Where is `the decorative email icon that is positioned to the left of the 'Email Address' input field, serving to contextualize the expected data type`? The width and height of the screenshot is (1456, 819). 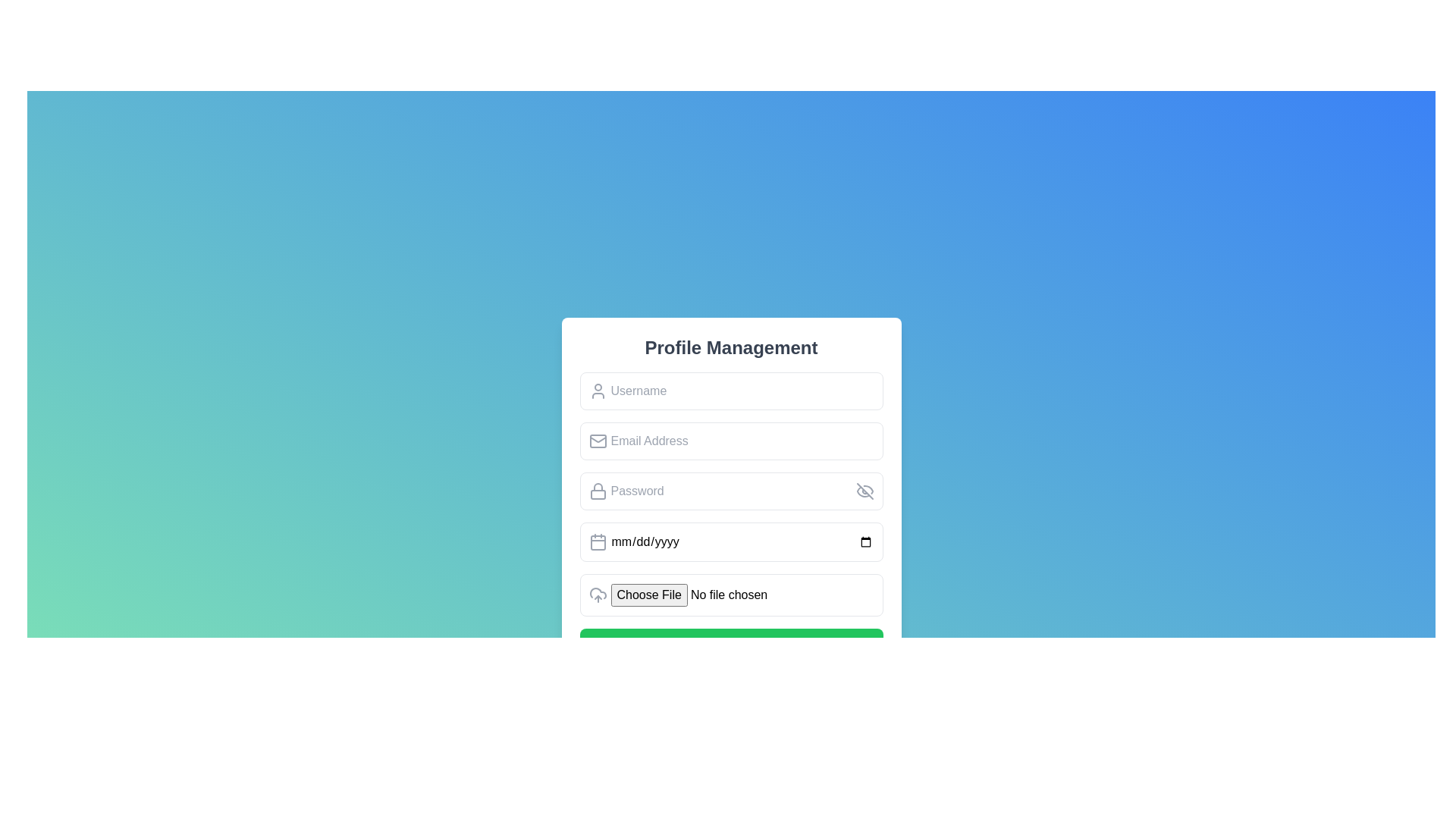
the decorative email icon that is positioned to the left of the 'Email Address' input field, serving to contextualize the expected data type is located at coordinates (597, 441).